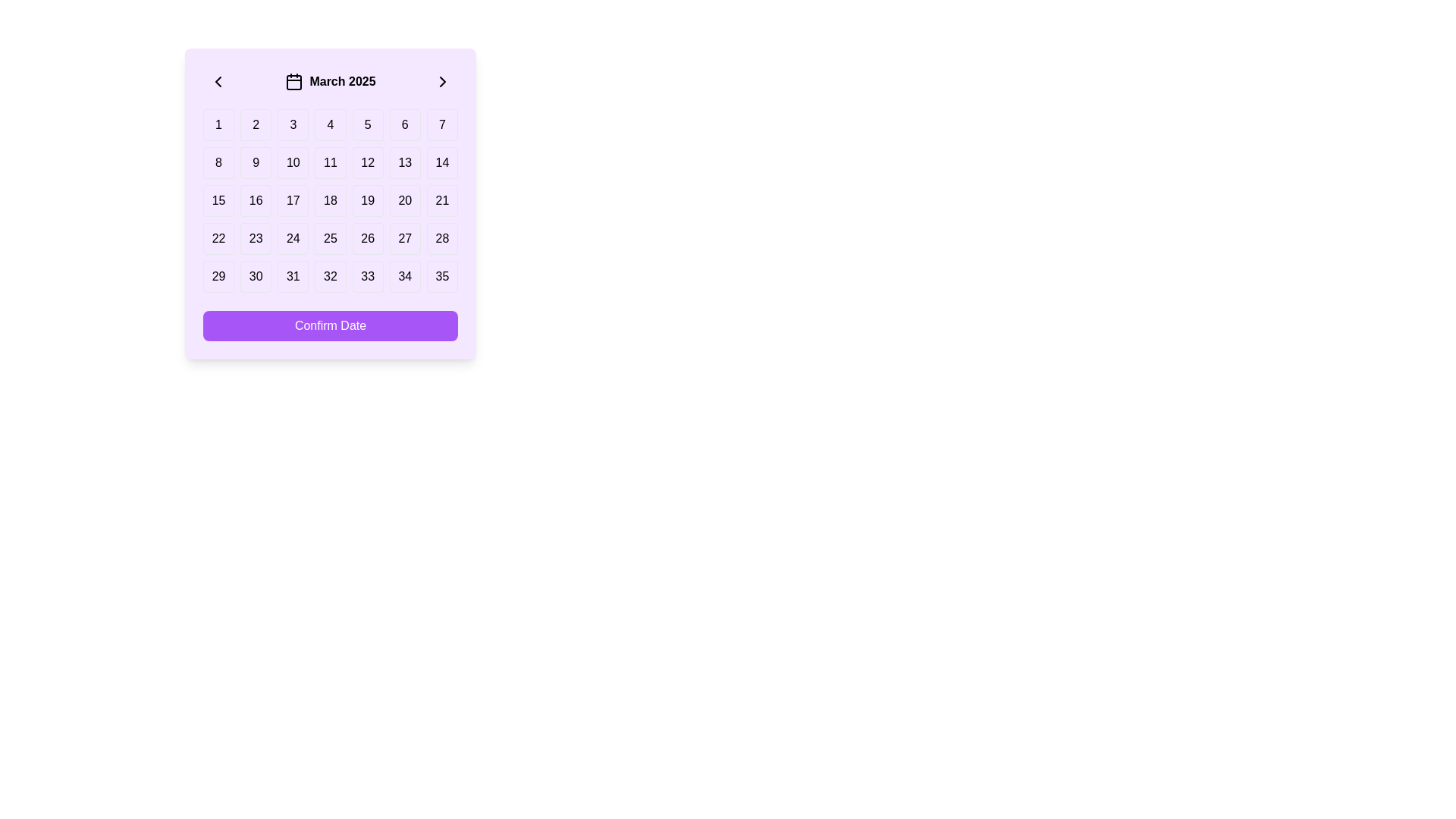 This screenshot has height=819, width=1456. Describe the element at coordinates (368, 124) in the screenshot. I see `the square button with a rounded border containing the number '5', located in the first row and fifth column of a grid layout` at that location.